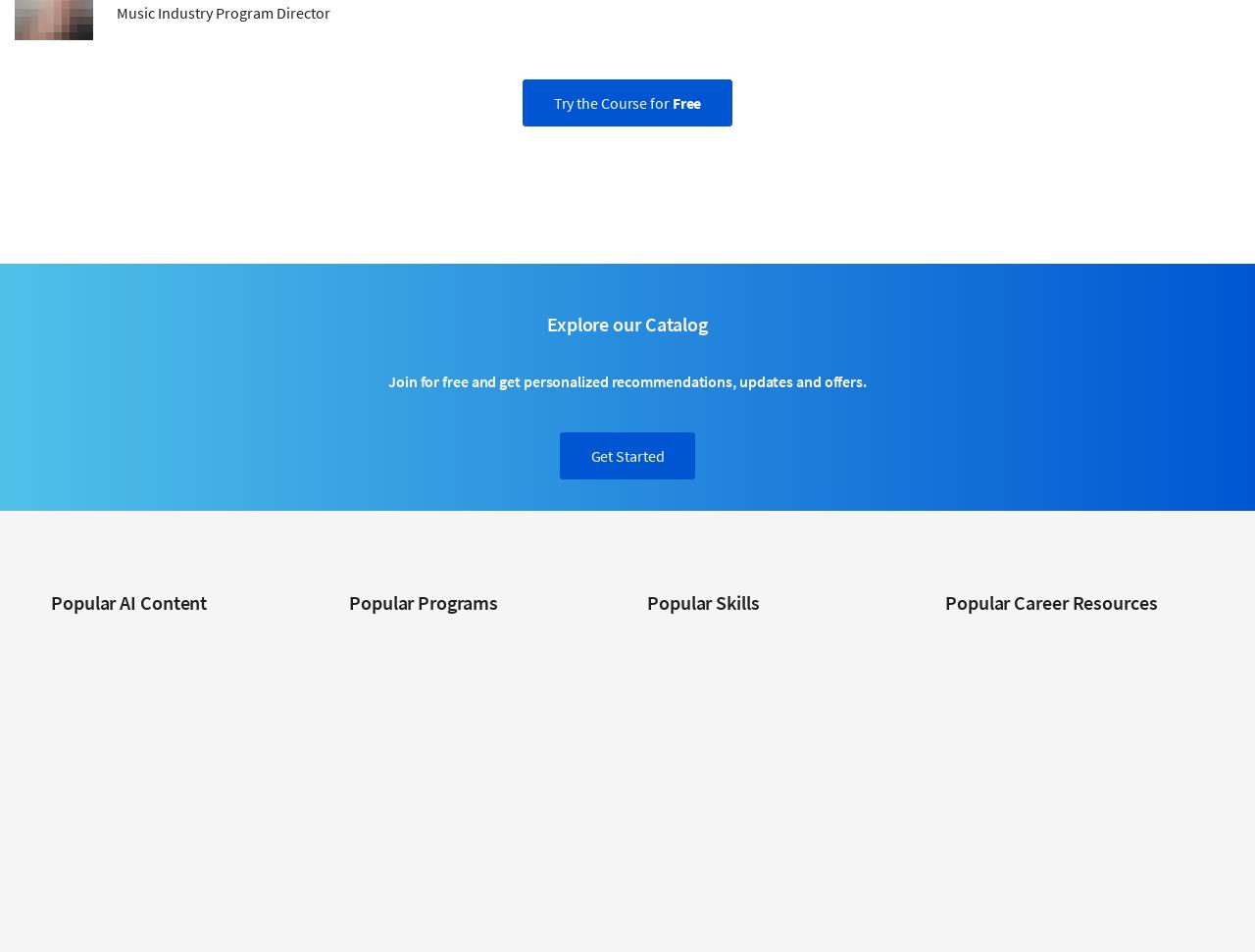  I want to click on 'Project Management Courses', so click(646, 873).